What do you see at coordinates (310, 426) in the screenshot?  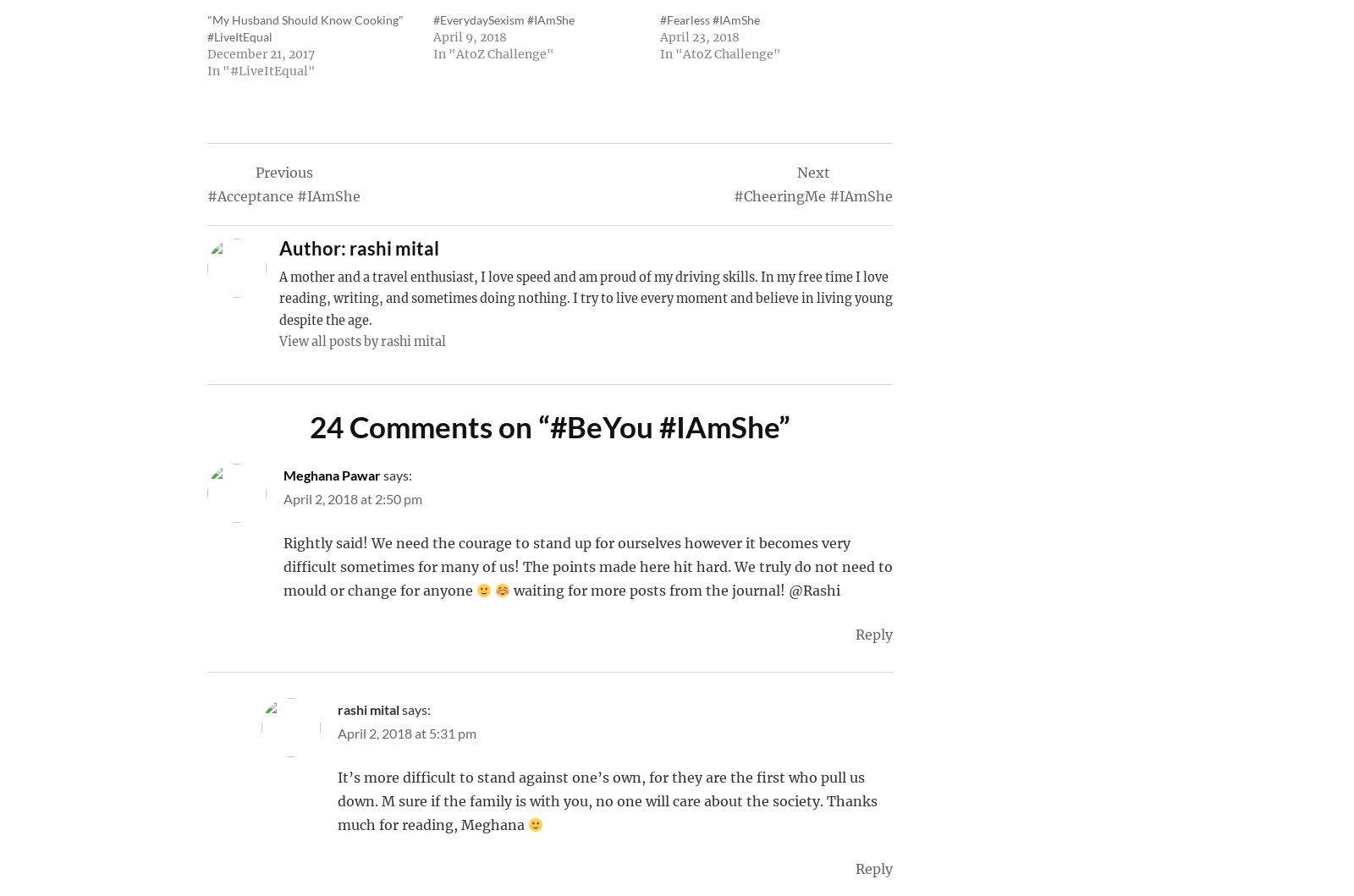 I see `'24 Comments on “'` at bounding box center [310, 426].